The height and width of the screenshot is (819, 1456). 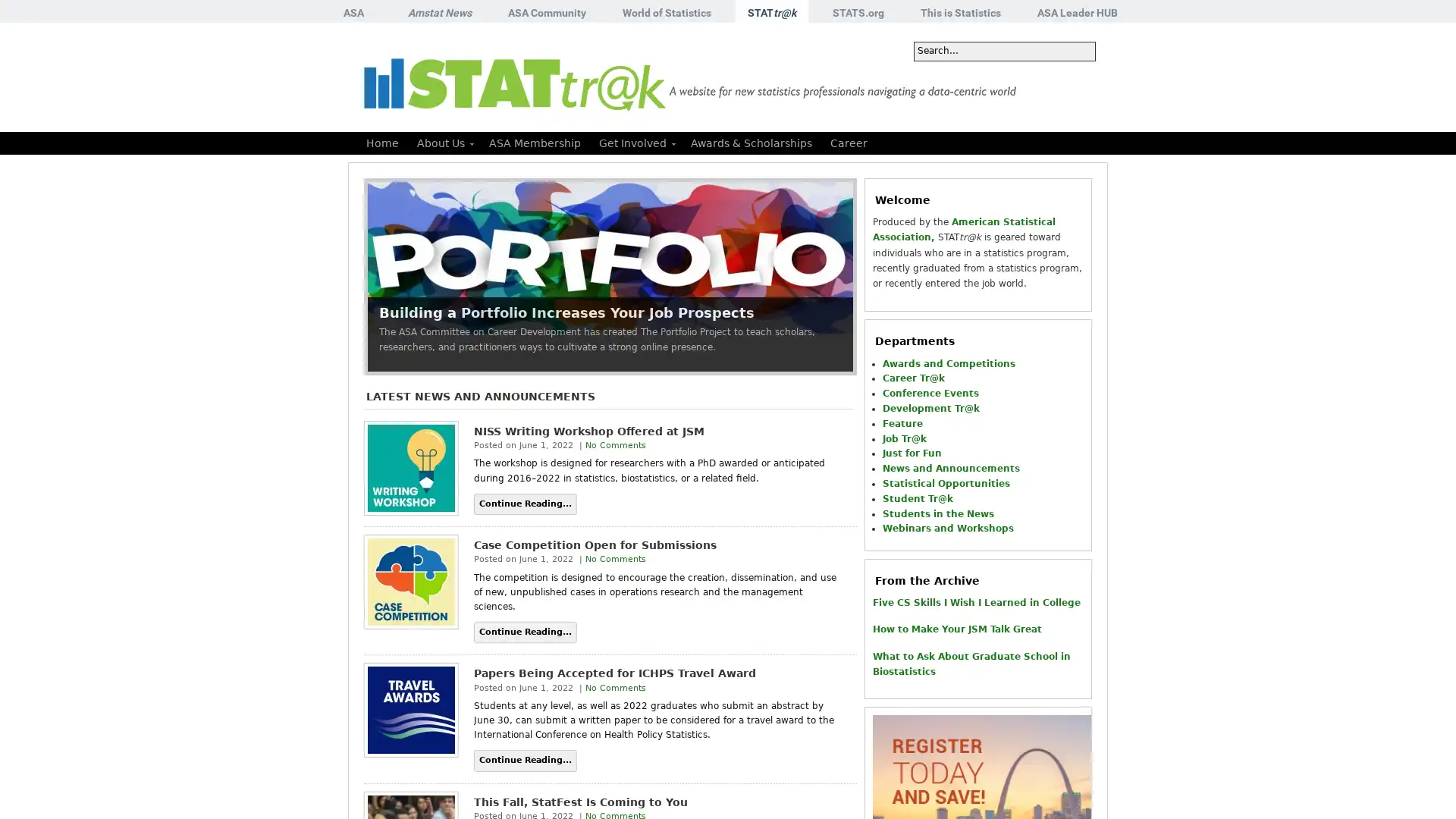 What do you see at coordinates (1074, 51) in the screenshot?
I see `Search` at bounding box center [1074, 51].